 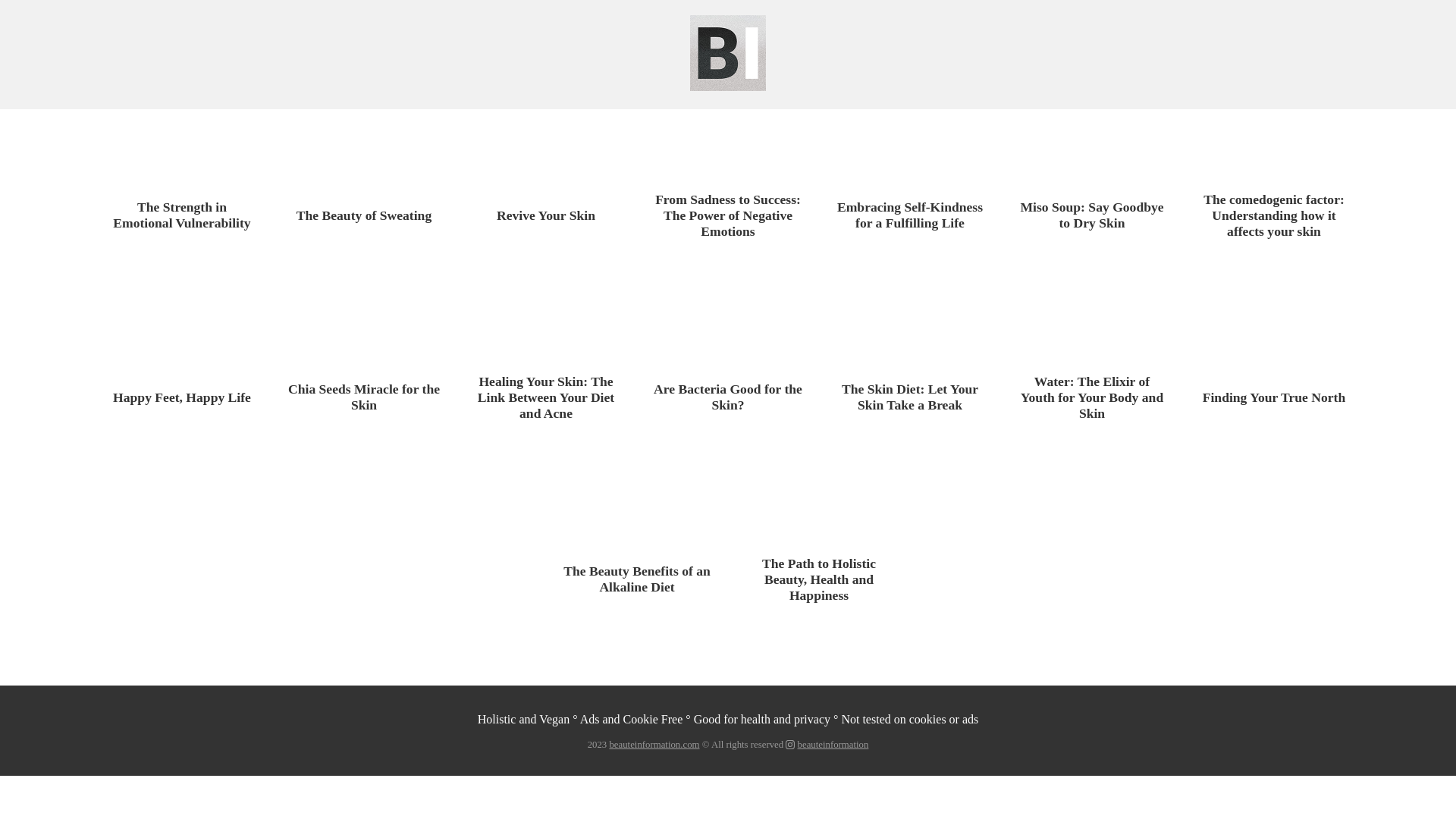 I want to click on 'From Sadness to Success: The Power of Negative Emotions', so click(x=728, y=215).